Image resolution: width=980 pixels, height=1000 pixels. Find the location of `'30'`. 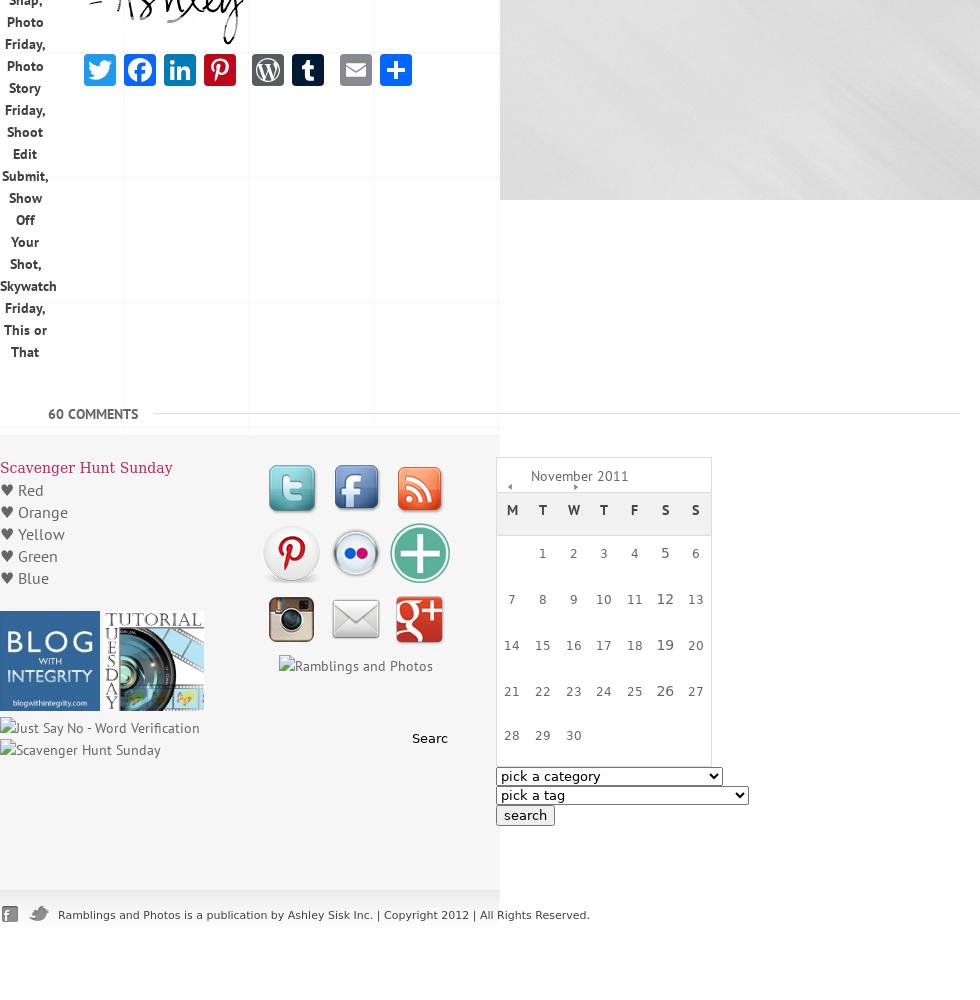

'30' is located at coordinates (573, 735).